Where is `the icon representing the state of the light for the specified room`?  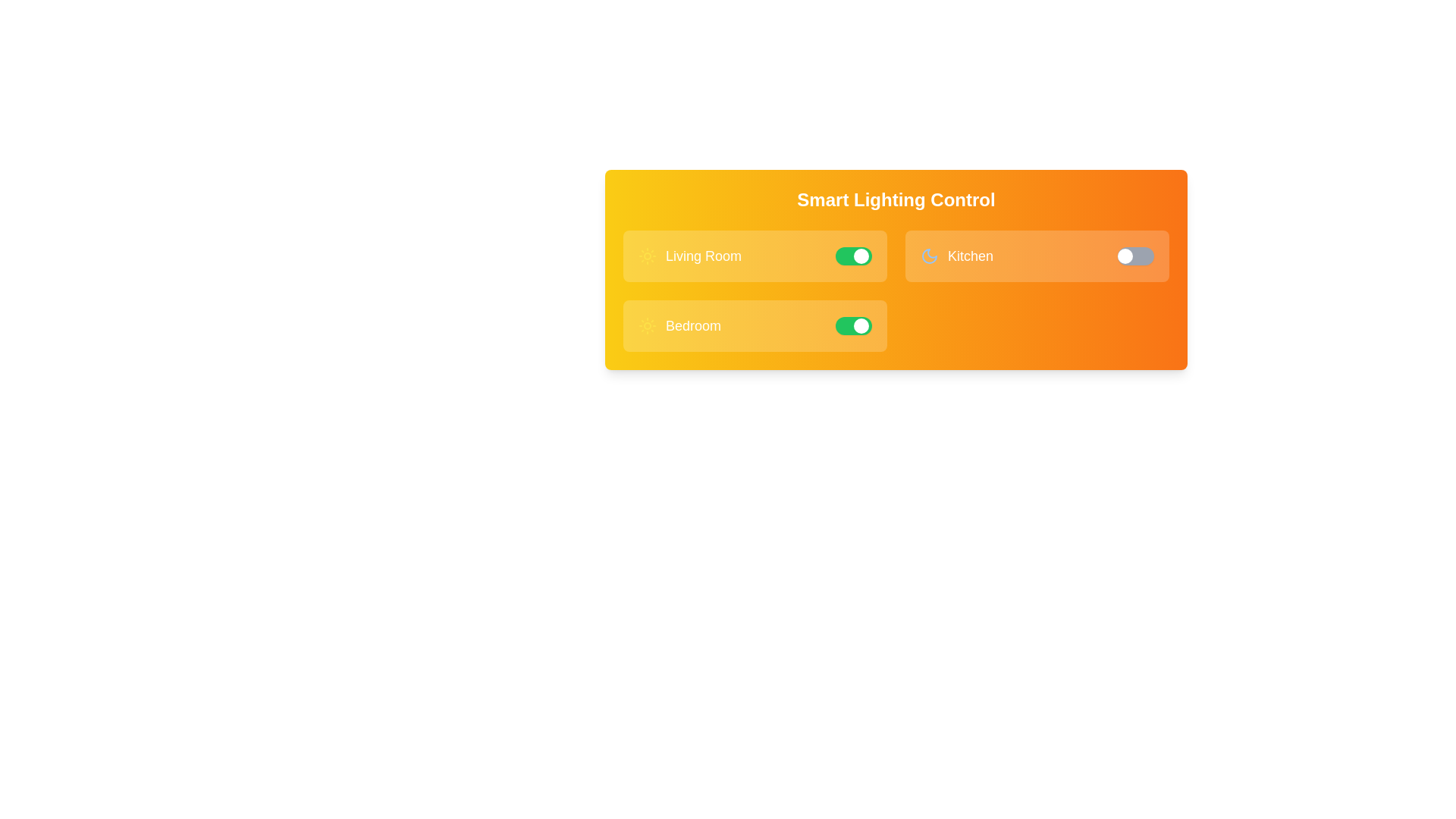
the icon representing the state of the light for the specified room is located at coordinates (648, 256).